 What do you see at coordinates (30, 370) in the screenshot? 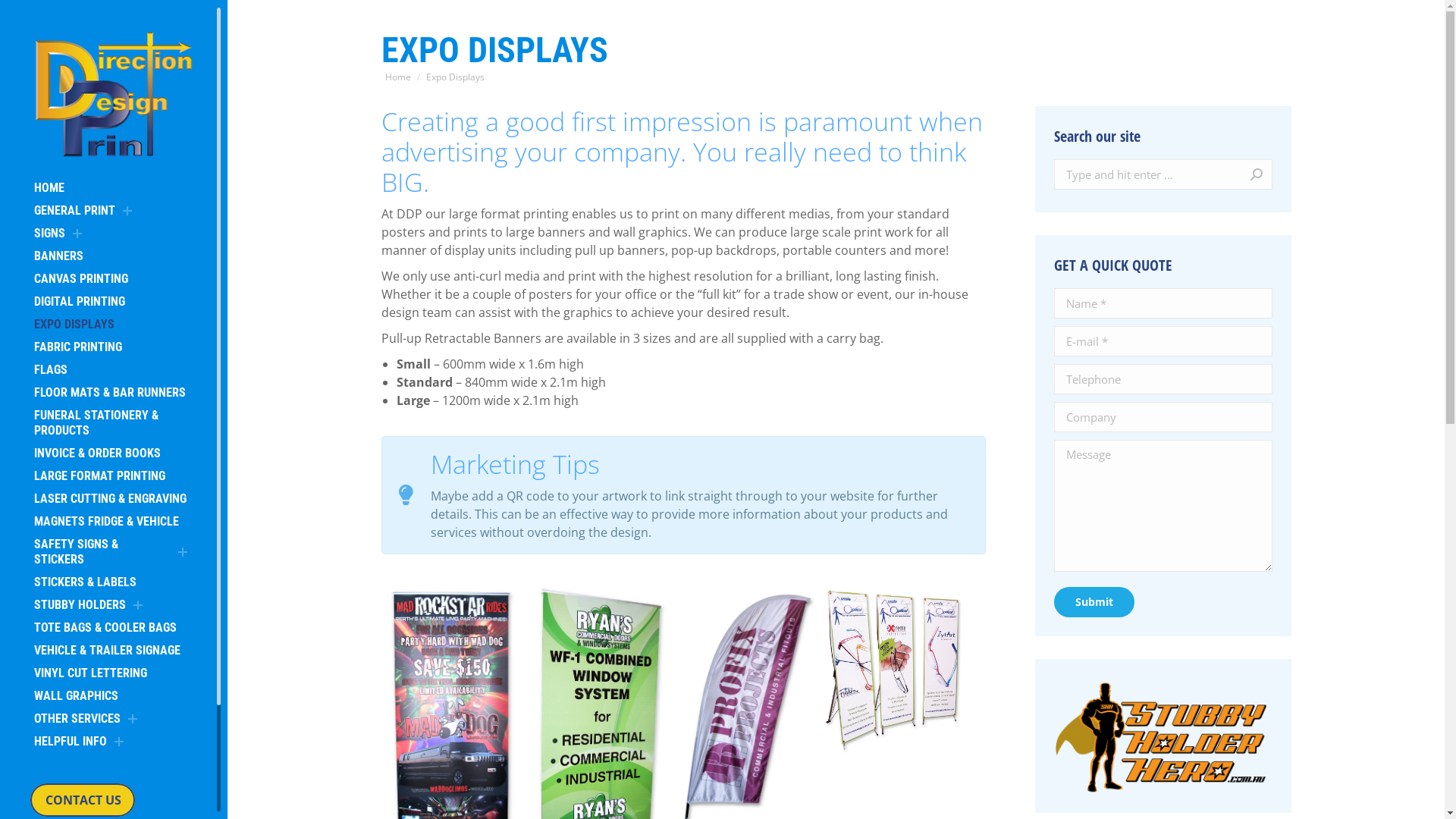
I see `'FLAGS'` at bounding box center [30, 370].